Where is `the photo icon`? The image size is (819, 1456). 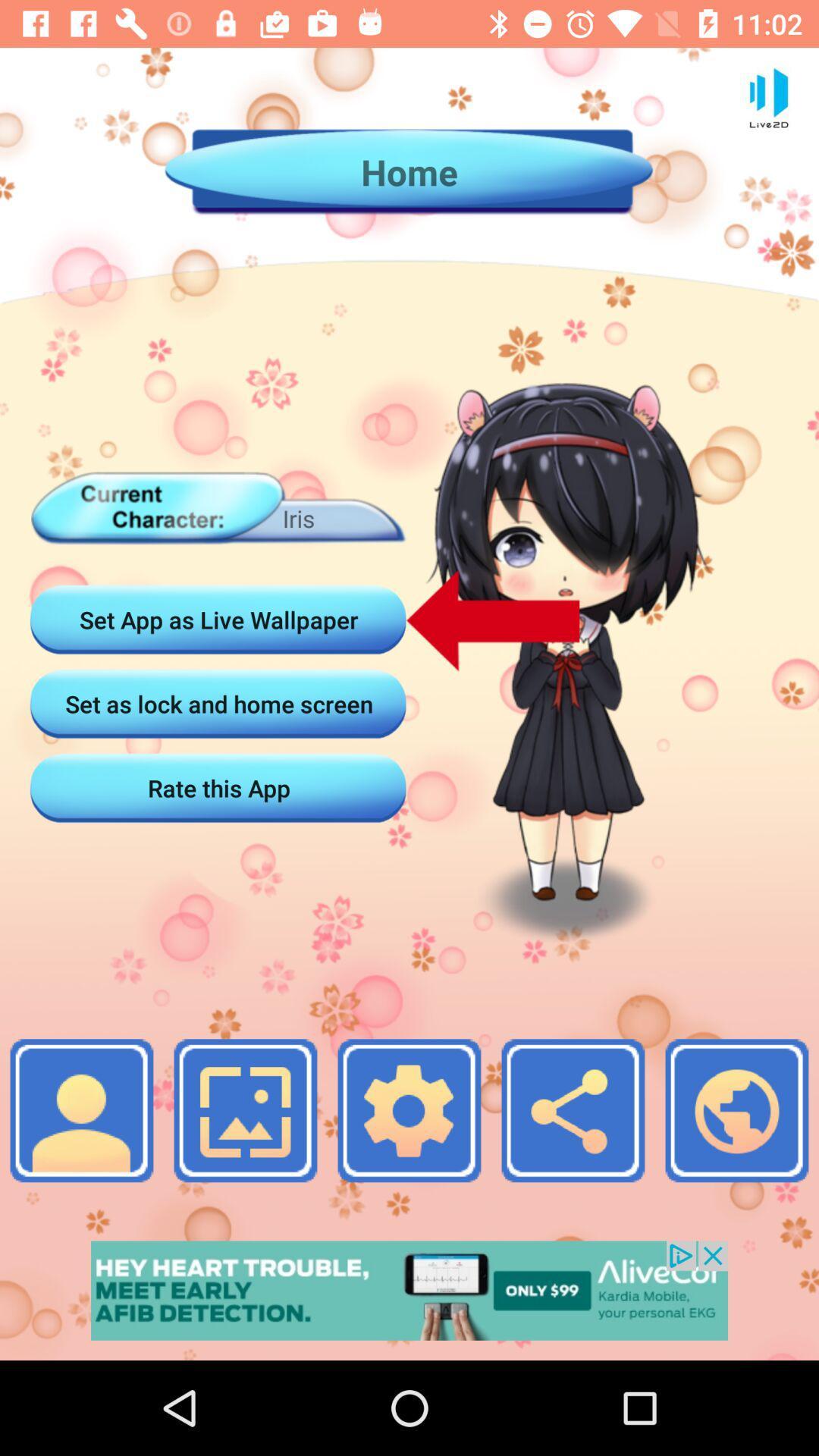 the photo icon is located at coordinates (409, 1111).